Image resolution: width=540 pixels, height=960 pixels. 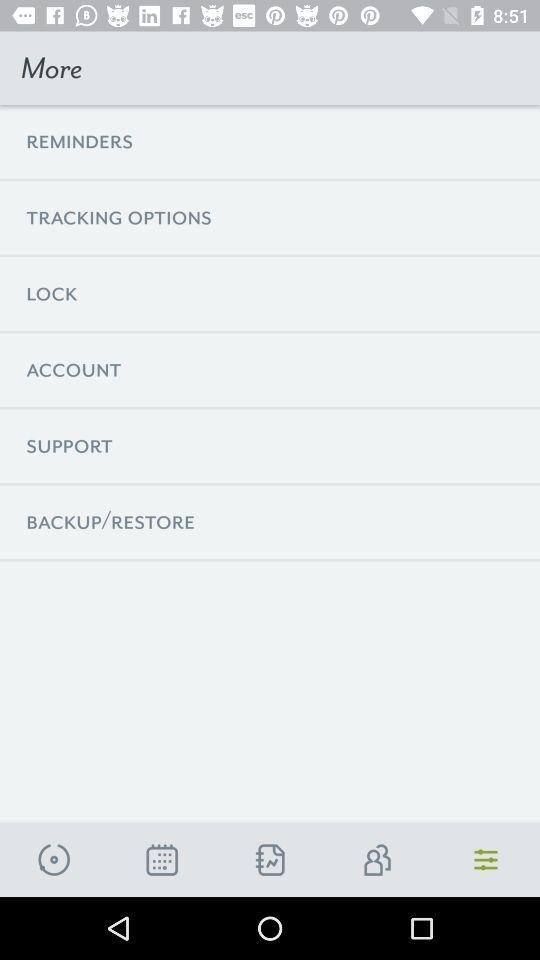 What do you see at coordinates (378, 859) in the screenshot?
I see `account` at bounding box center [378, 859].